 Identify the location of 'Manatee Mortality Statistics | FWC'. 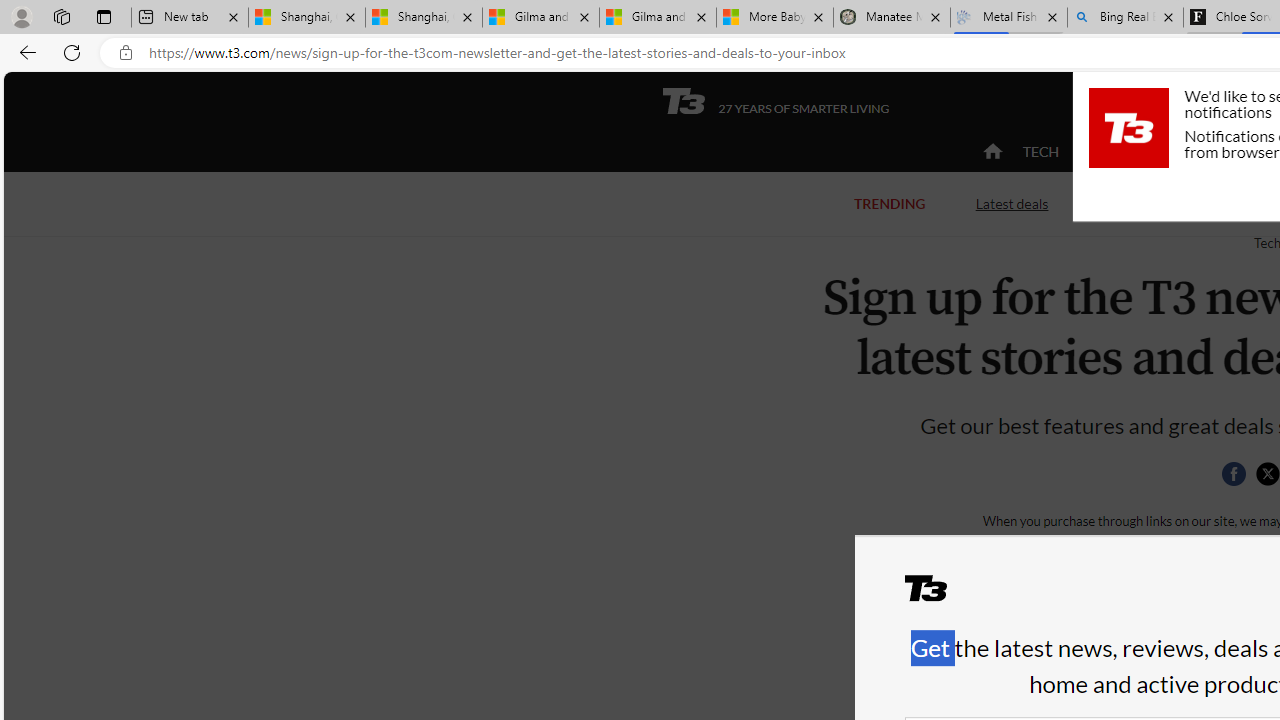
(891, 17).